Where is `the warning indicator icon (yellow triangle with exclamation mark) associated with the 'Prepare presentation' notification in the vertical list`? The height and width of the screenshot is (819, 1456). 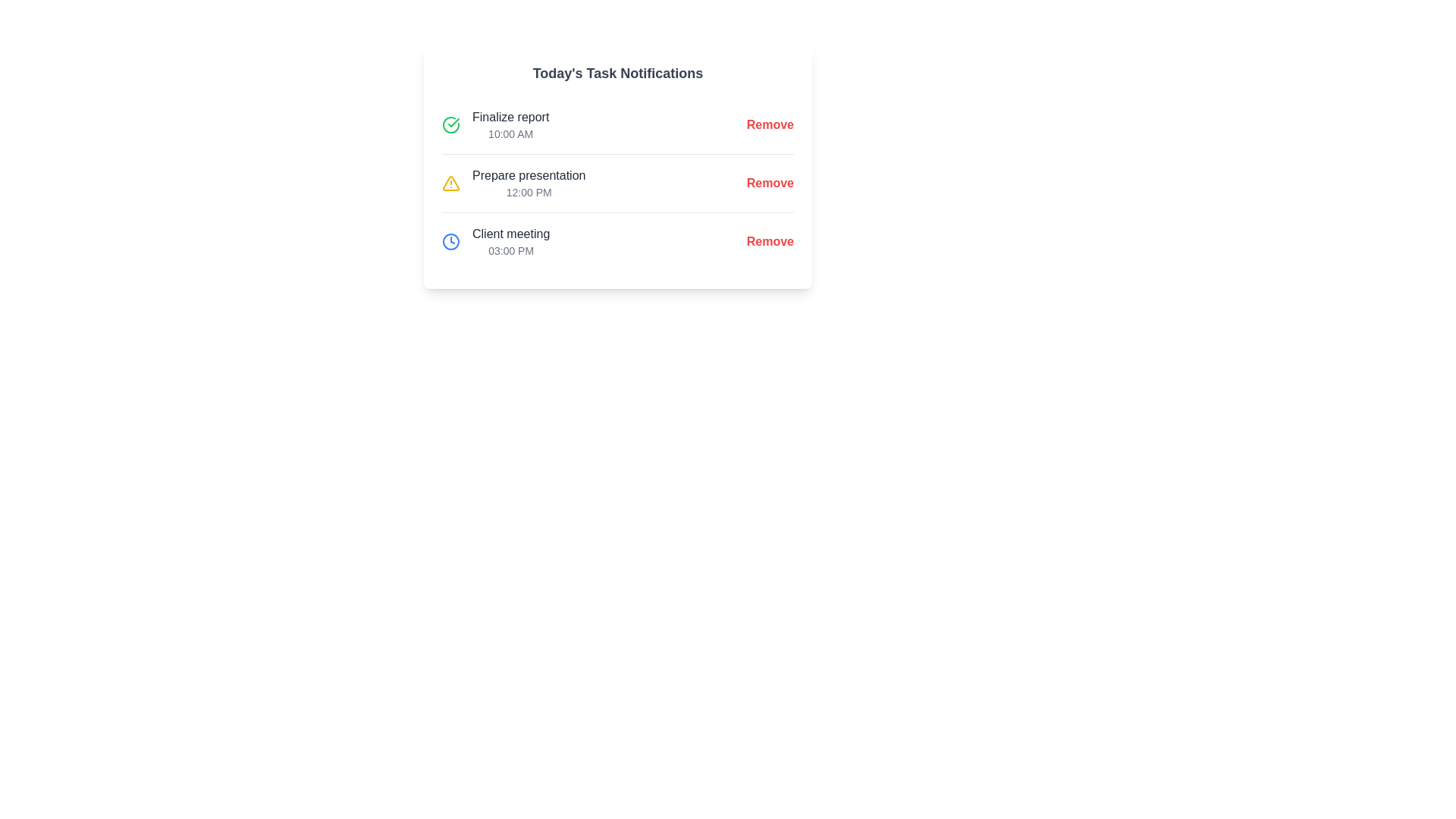
the warning indicator icon (yellow triangle with exclamation mark) associated with the 'Prepare presentation' notification in the vertical list is located at coordinates (450, 183).